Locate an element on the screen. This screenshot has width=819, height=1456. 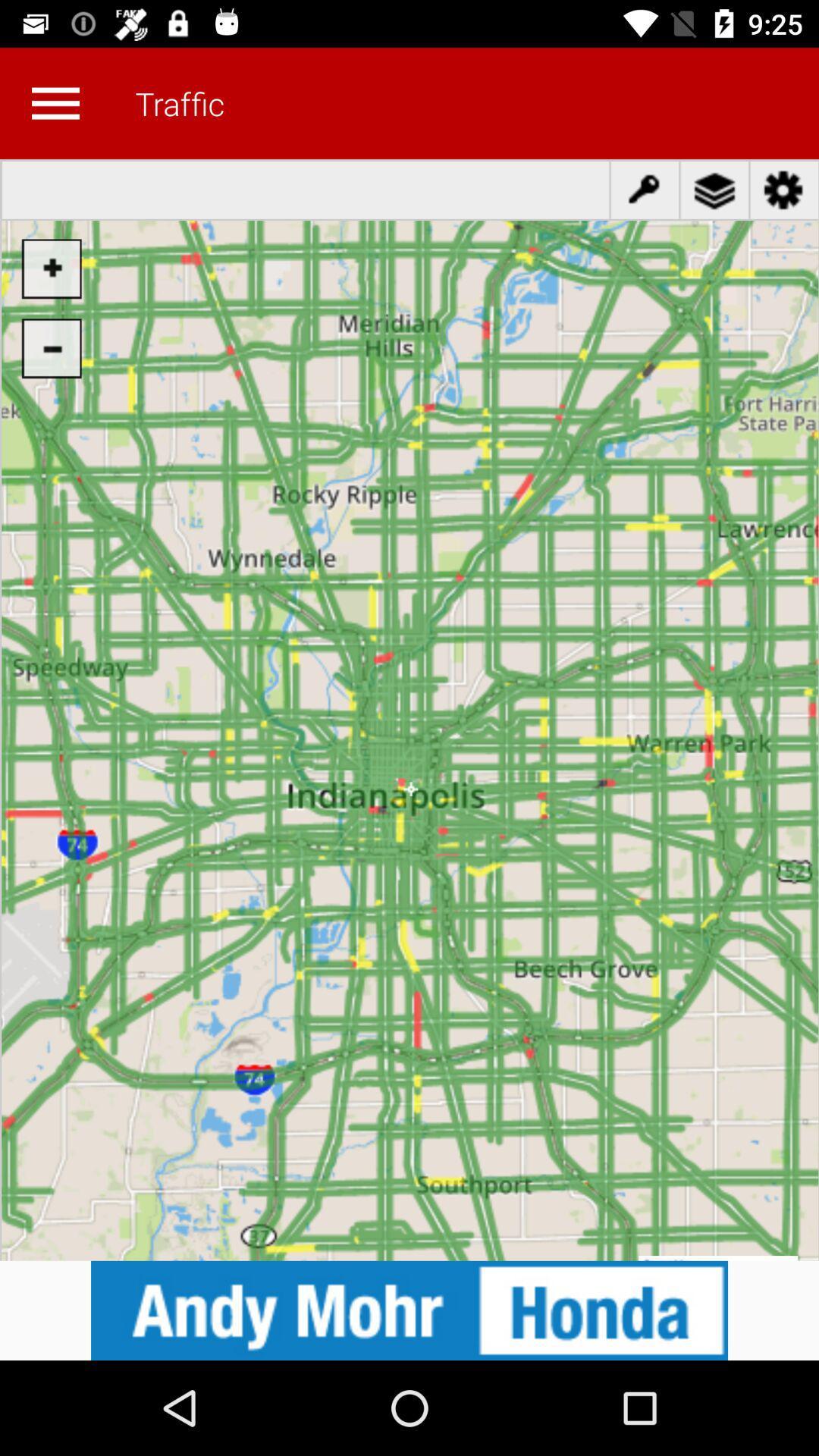
icon at the top left corner is located at coordinates (55, 102).